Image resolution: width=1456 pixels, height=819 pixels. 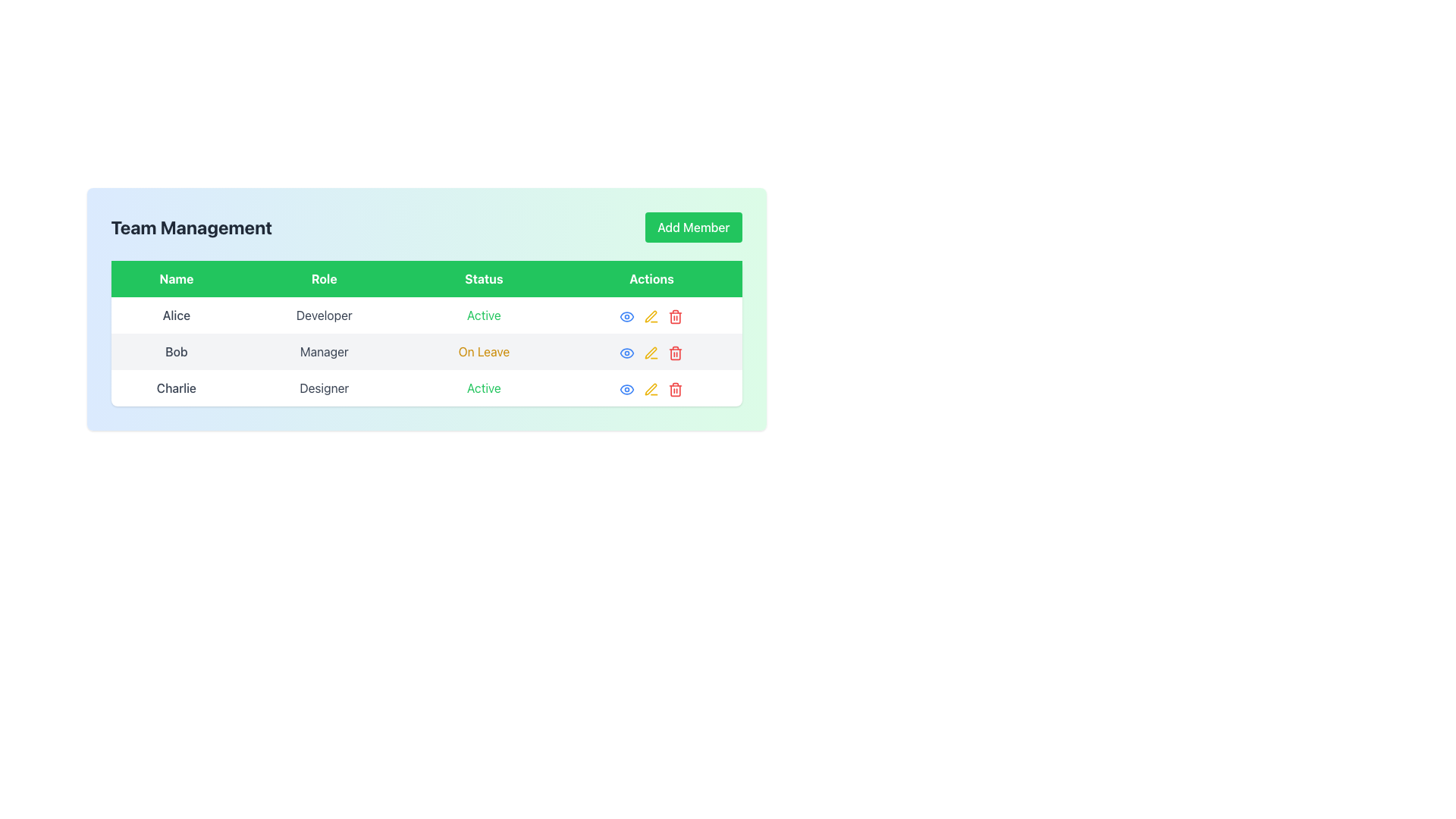 What do you see at coordinates (651, 278) in the screenshot?
I see `the text label displaying 'Actions' in bold white font on a green background, located in the top-right corner of the table header row` at bounding box center [651, 278].